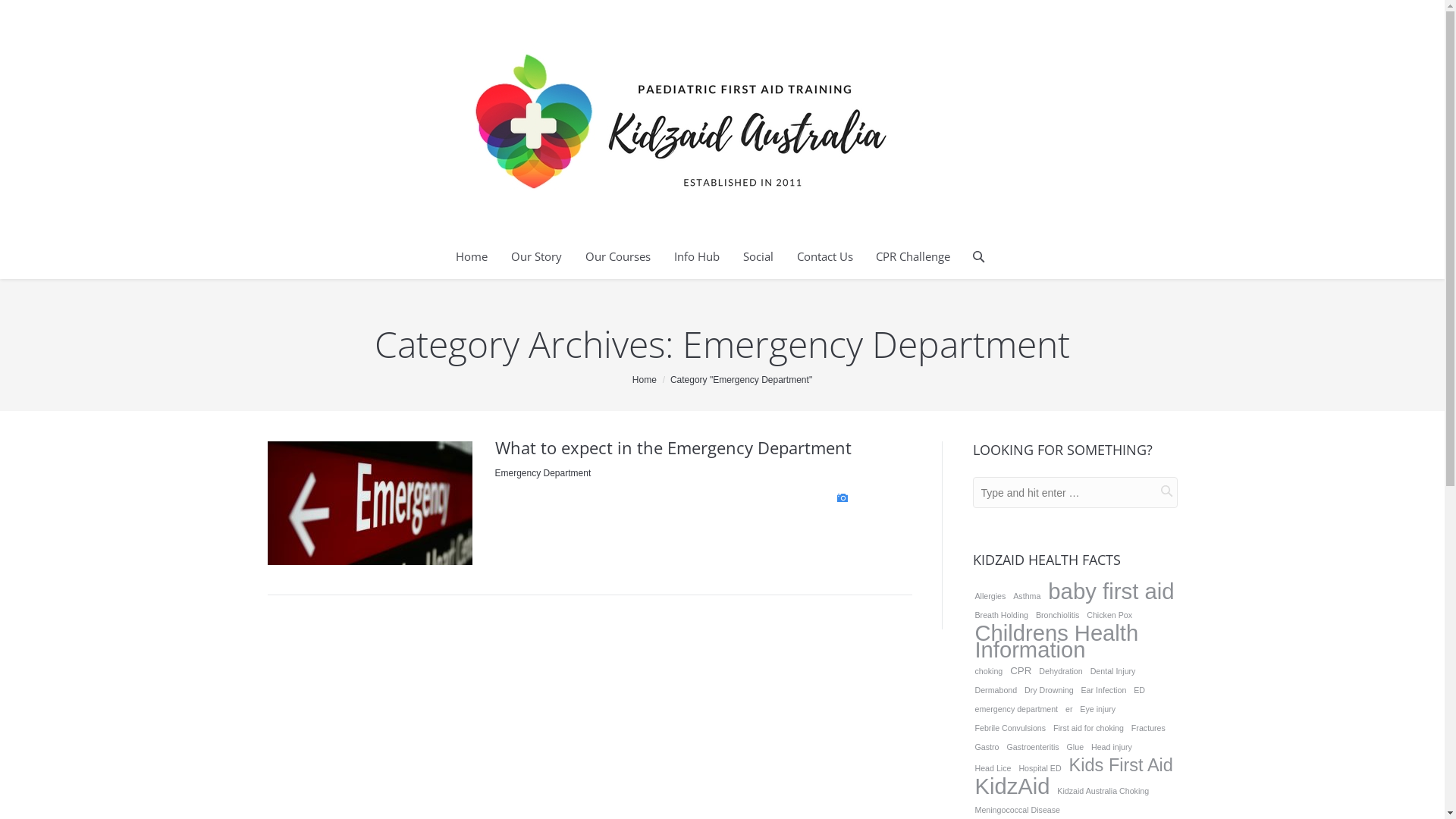 This screenshot has height=819, width=1456. What do you see at coordinates (742, 256) in the screenshot?
I see `'Social'` at bounding box center [742, 256].